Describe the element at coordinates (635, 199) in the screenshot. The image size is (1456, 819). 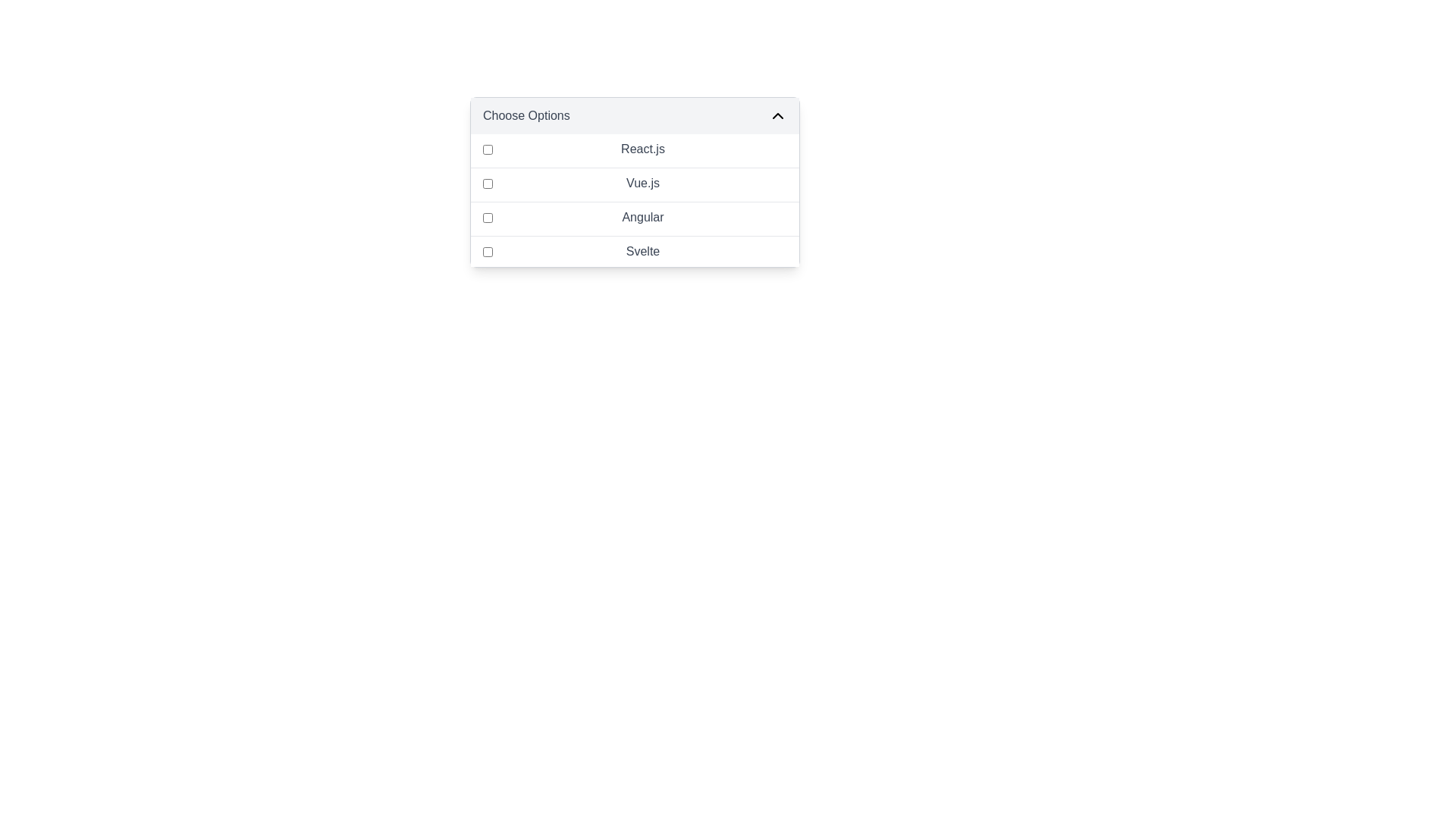
I see `the checkbox-input pair` at that location.